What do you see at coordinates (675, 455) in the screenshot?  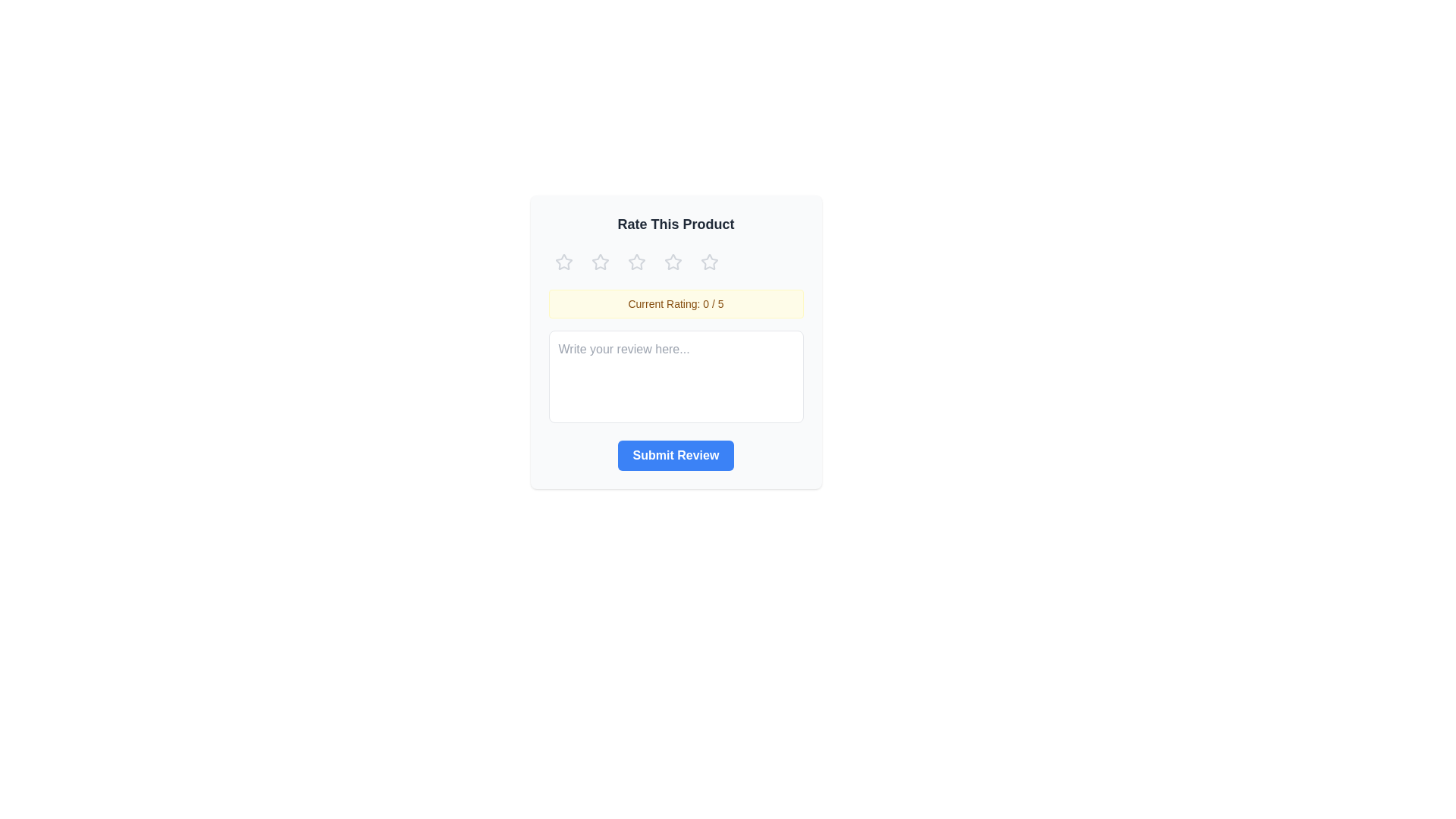 I see `'Submit Review' button to submit the review` at bounding box center [675, 455].